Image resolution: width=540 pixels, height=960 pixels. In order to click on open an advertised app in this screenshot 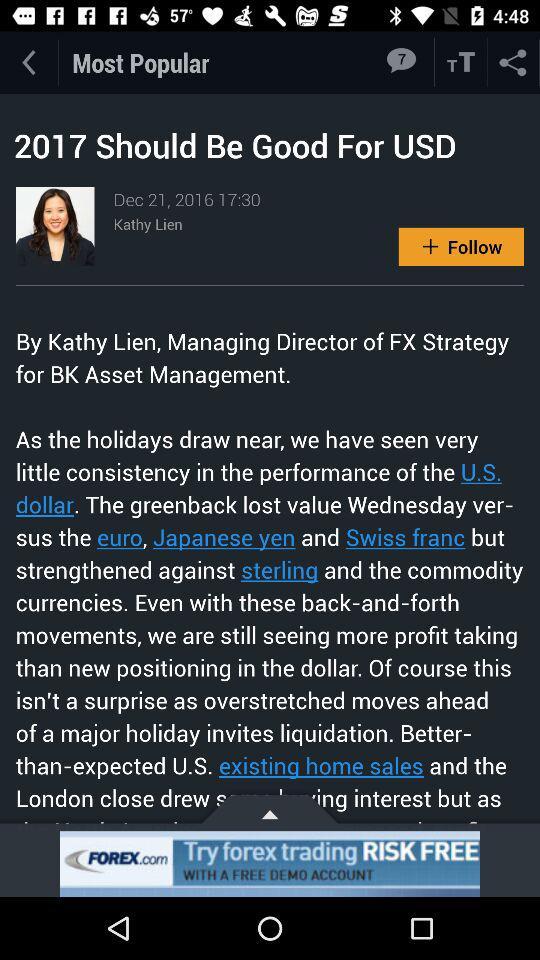, I will do `click(270, 863)`.